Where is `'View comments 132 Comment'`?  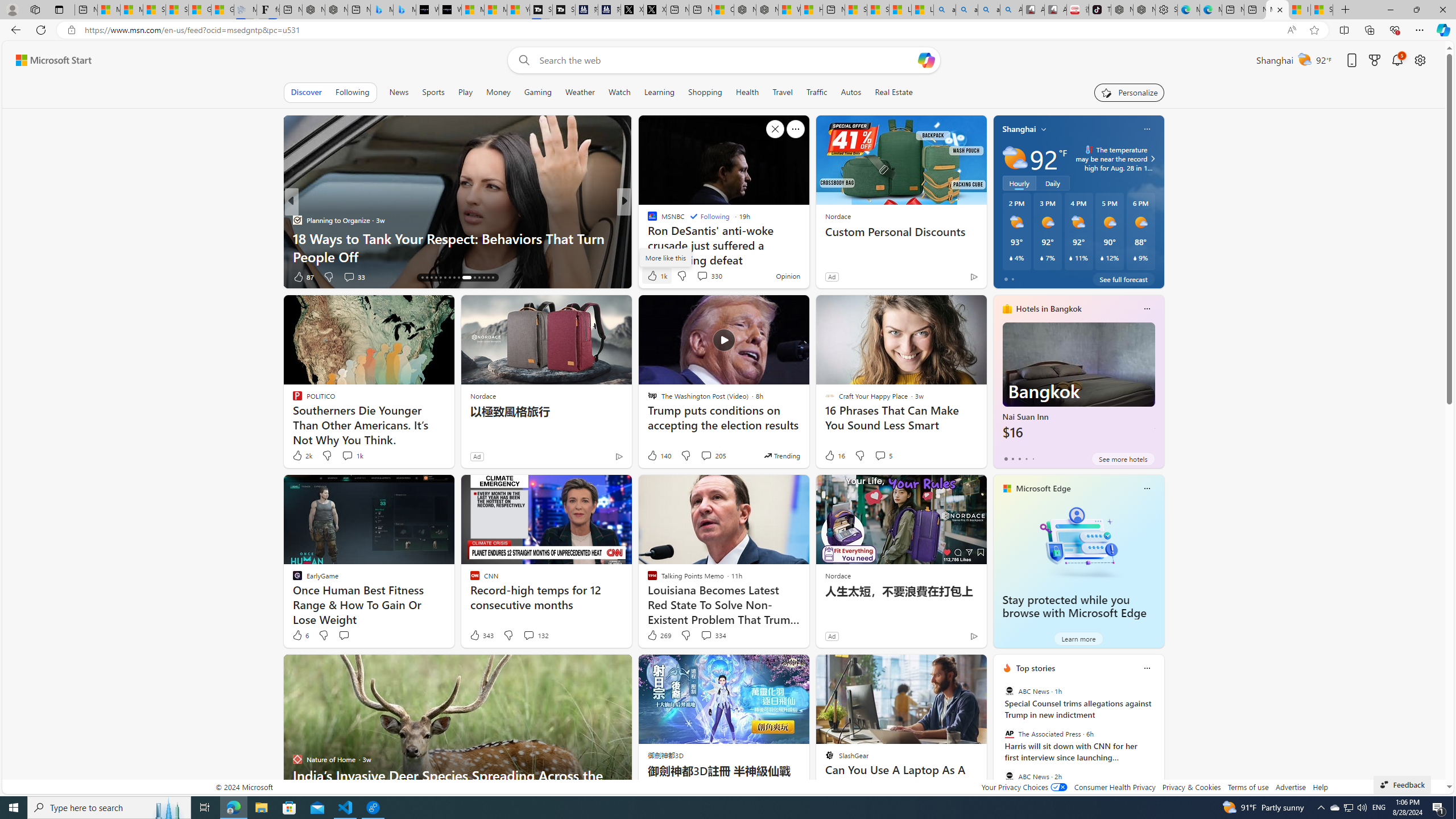 'View comments 132 Comment' is located at coordinates (528, 635).